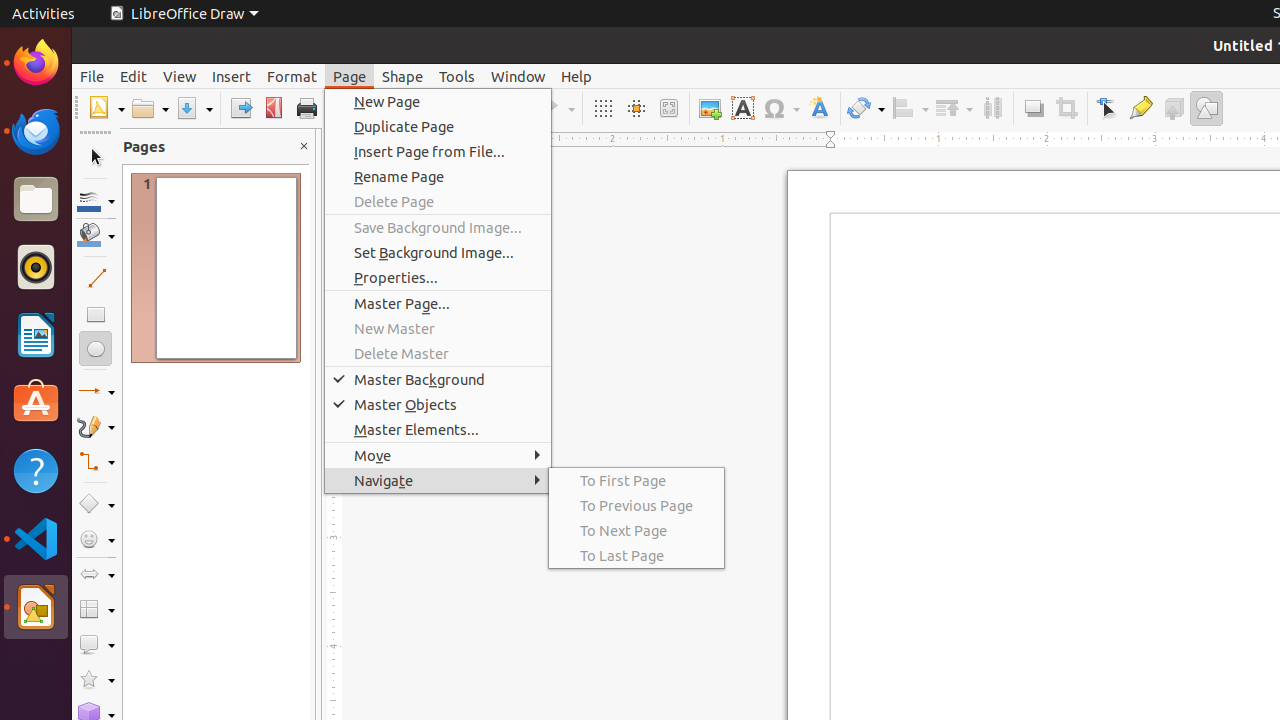  What do you see at coordinates (601, 108) in the screenshot?
I see `'Grid'` at bounding box center [601, 108].